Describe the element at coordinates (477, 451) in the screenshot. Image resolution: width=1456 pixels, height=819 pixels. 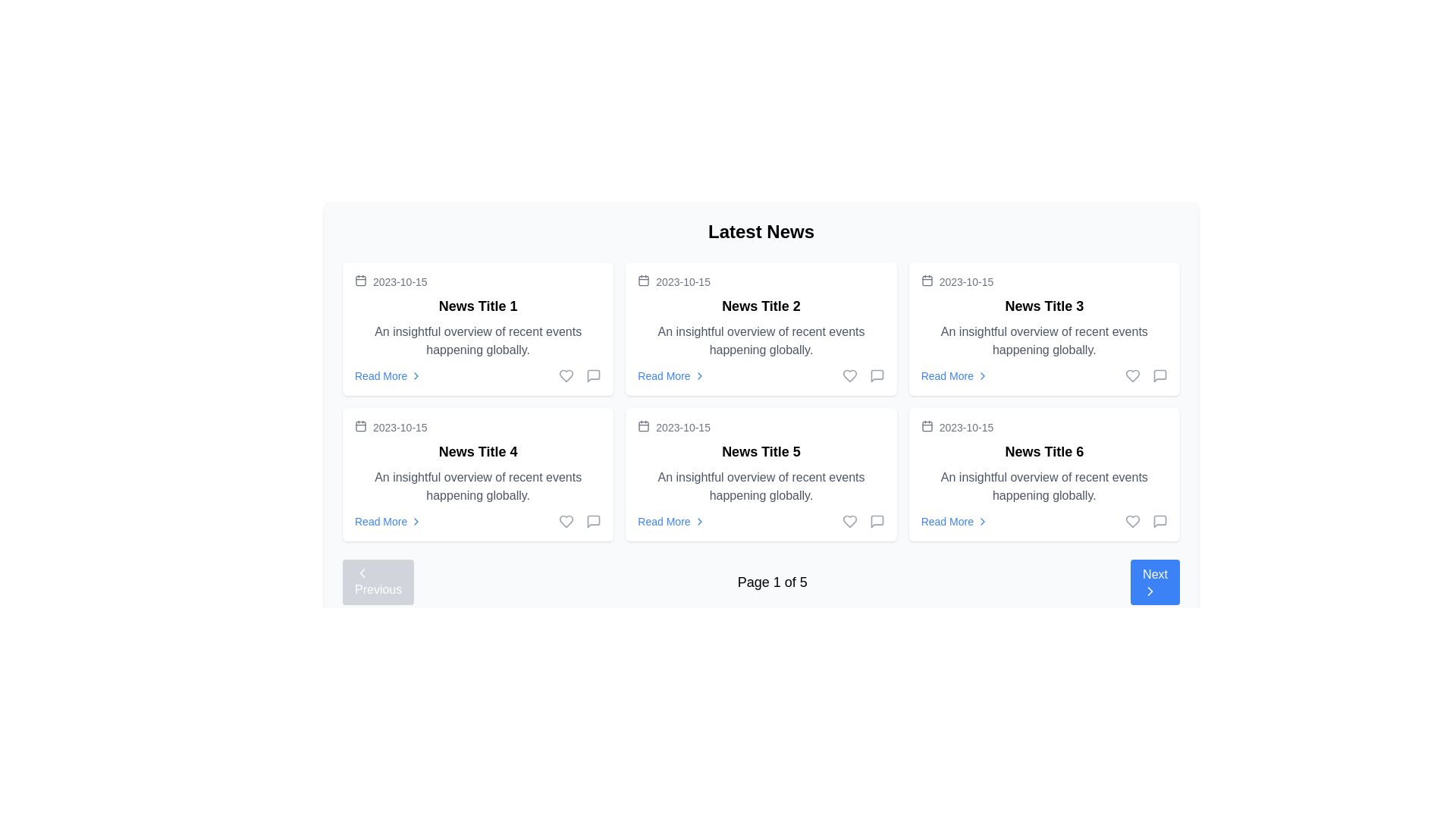
I see `the headline text element that serves as the title for the second card in the second row of the grid layout` at that location.